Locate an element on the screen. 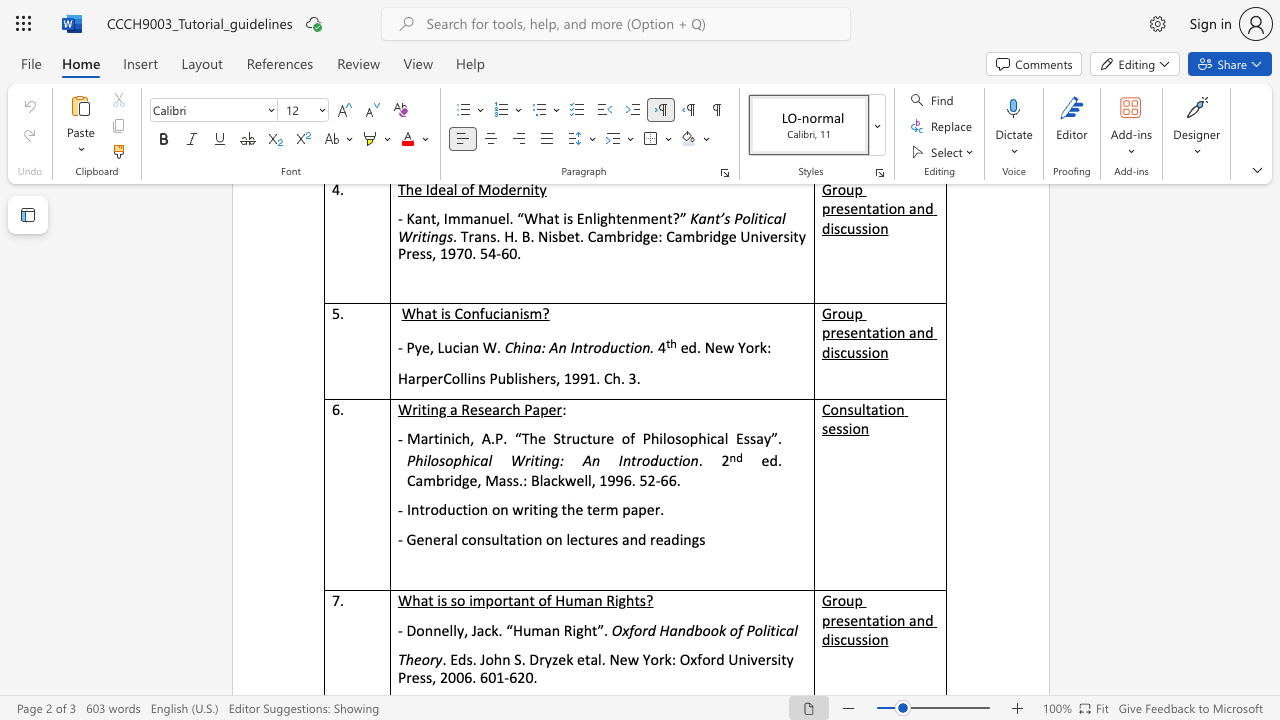 The width and height of the screenshot is (1280, 720). the subset text "Paper" within the text "Writing a Research Paper" is located at coordinates (524, 408).